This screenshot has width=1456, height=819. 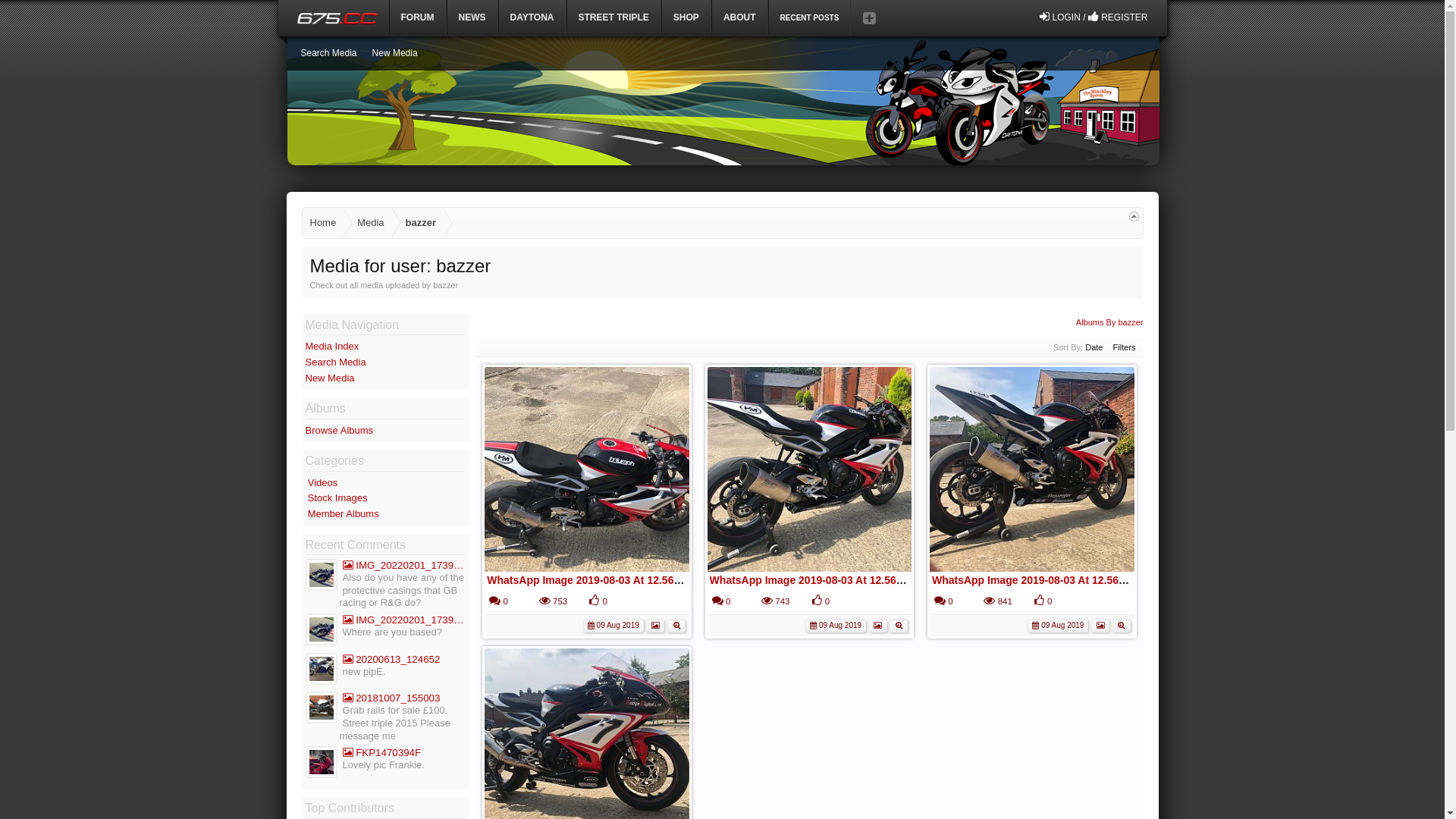 I want to click on 'Browse Albums', so click(x=337, y=430).